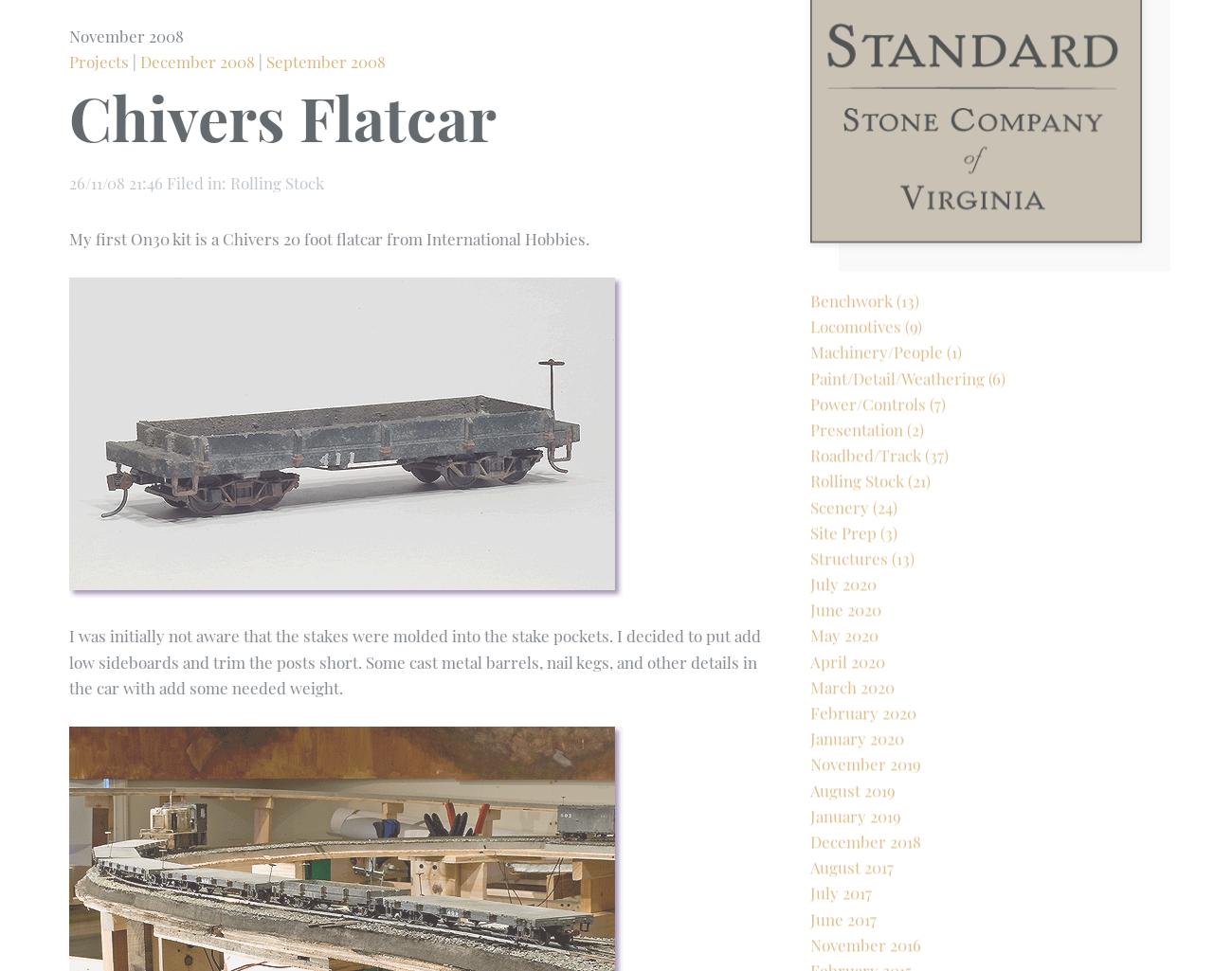 The image size is (1232, 971). I want to click on 'December 2018', so click(810, 906).